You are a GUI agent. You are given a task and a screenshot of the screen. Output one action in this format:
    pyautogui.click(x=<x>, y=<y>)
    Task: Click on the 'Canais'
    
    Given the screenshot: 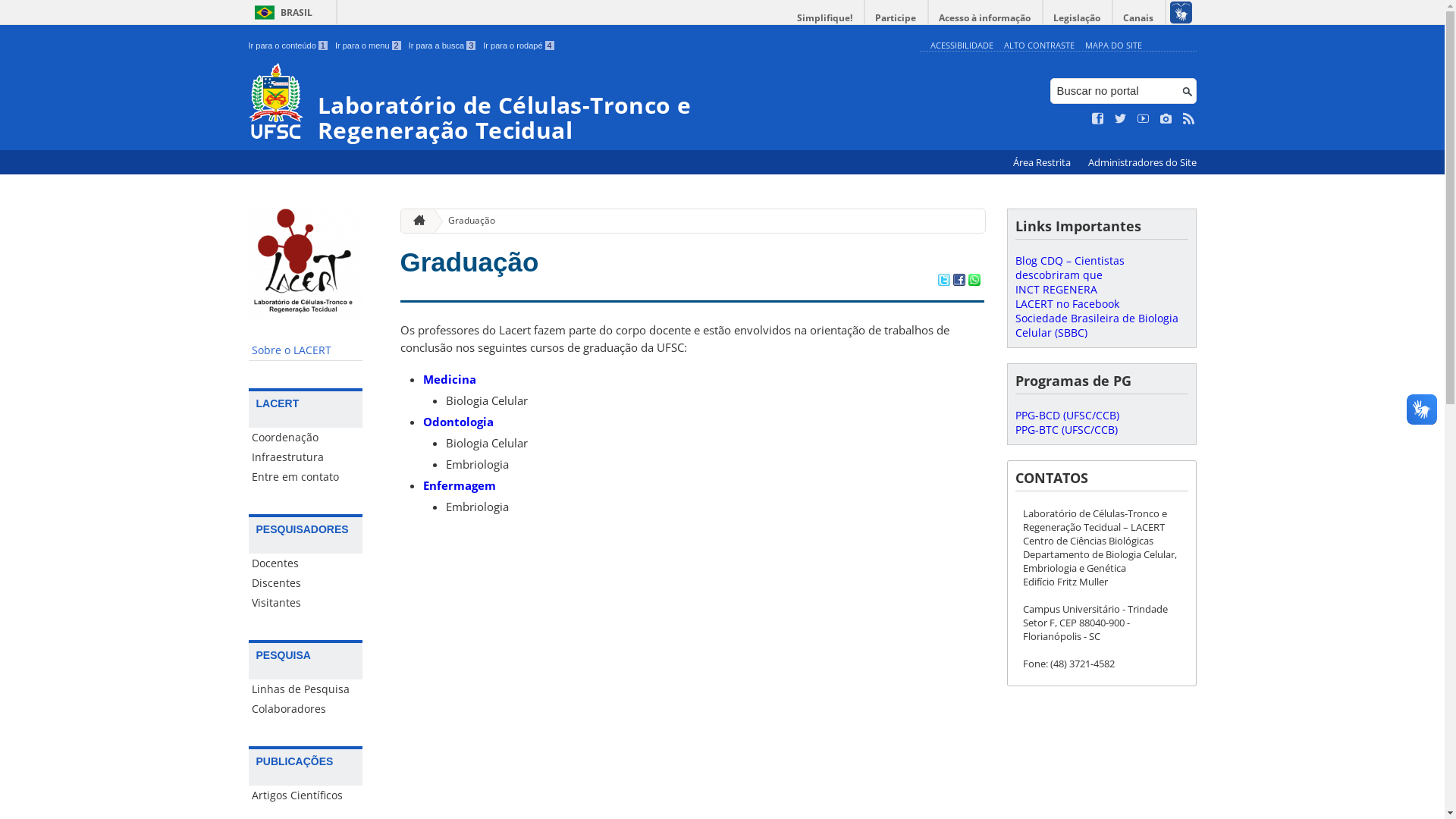 What is the action you would take?
    pyautogui.click(x=1139, y=17)
    